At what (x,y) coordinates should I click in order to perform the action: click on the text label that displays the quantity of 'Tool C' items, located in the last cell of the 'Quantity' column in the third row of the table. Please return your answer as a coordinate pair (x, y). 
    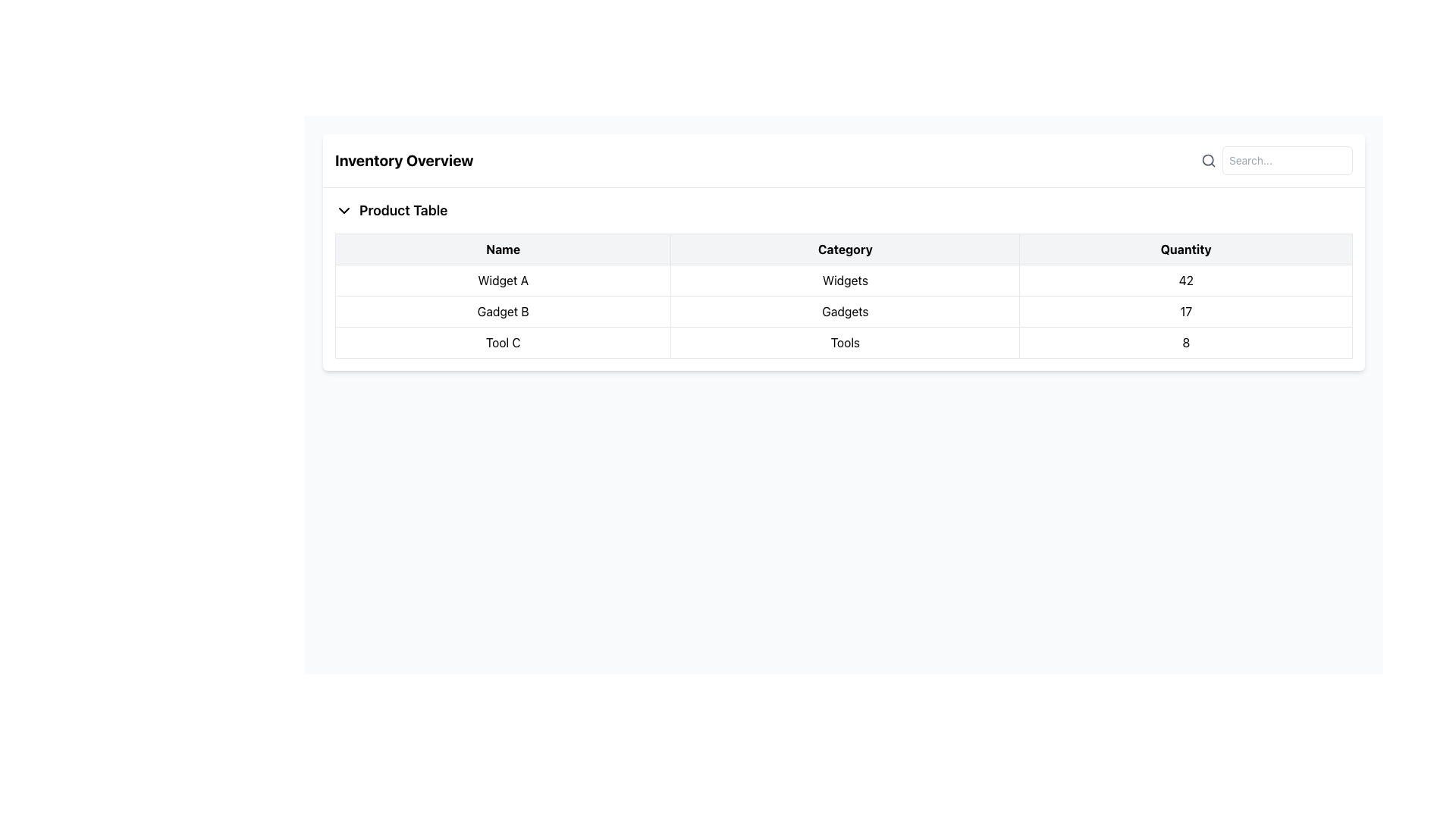
    Looking at the image, I should click on (1185, 342).